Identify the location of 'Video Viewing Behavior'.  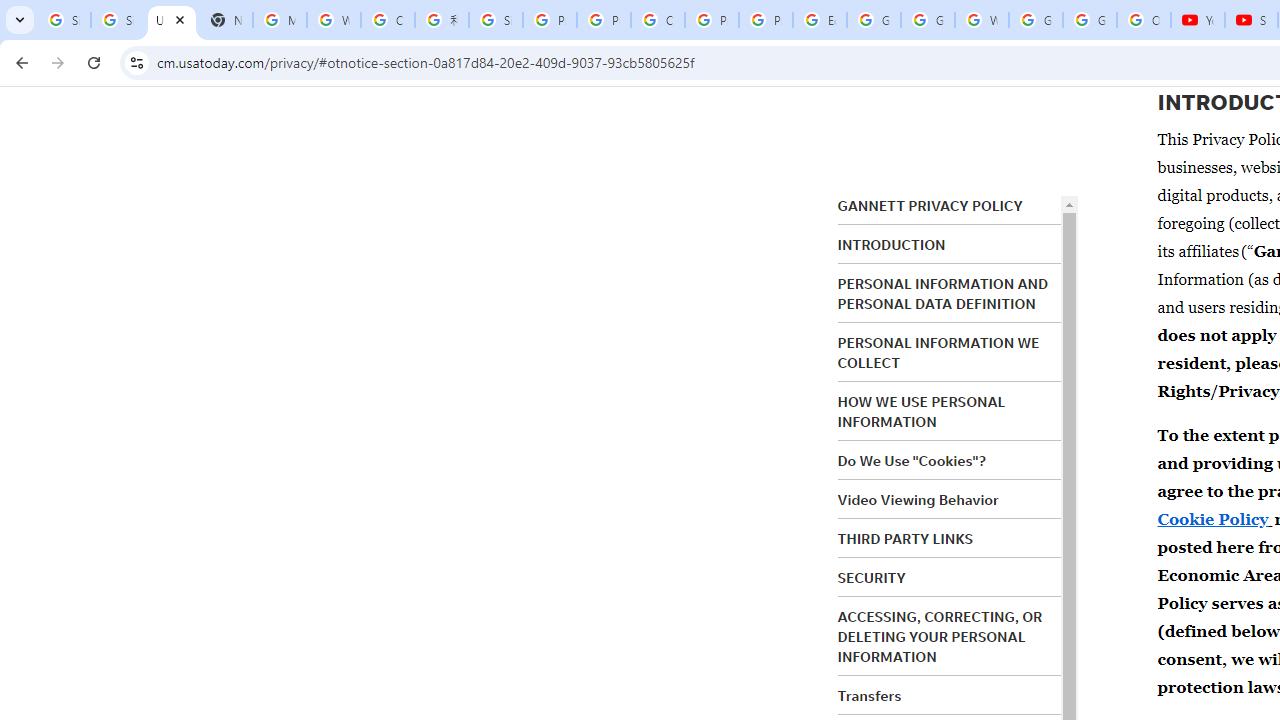
(916, 499).